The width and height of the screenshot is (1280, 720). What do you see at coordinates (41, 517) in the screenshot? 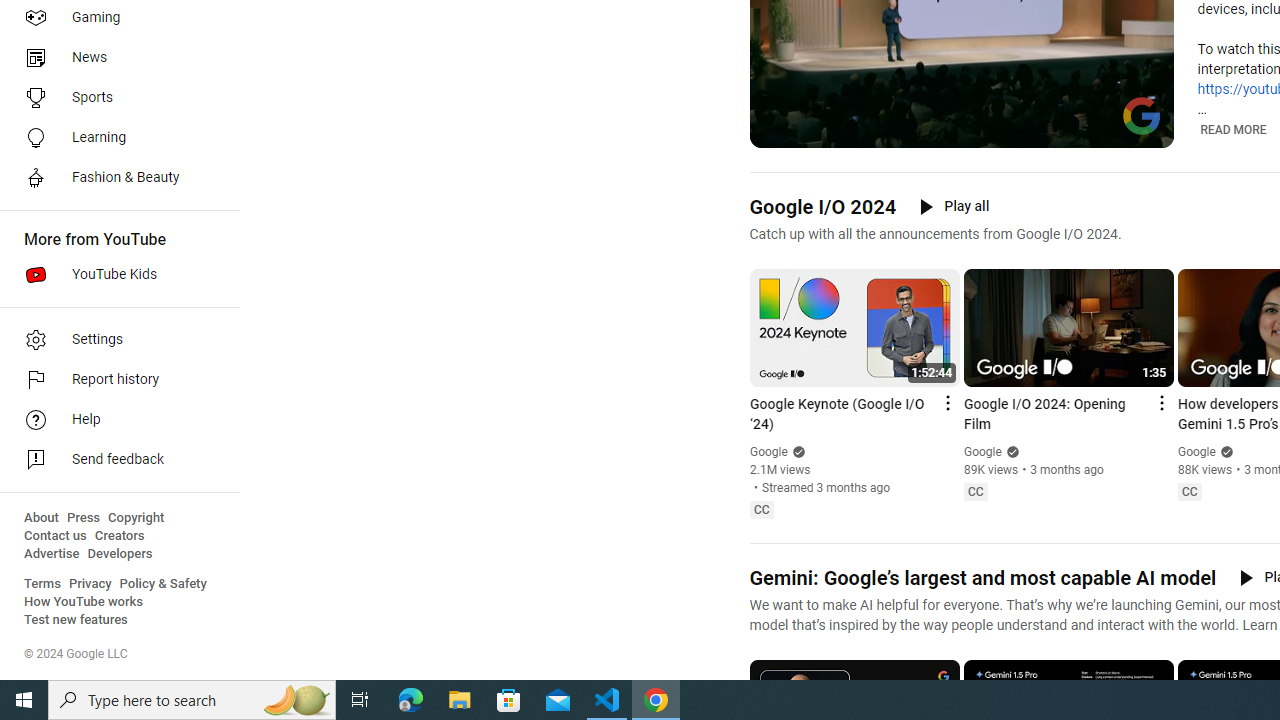
I see `'About'` at bounding box center [41, 517].